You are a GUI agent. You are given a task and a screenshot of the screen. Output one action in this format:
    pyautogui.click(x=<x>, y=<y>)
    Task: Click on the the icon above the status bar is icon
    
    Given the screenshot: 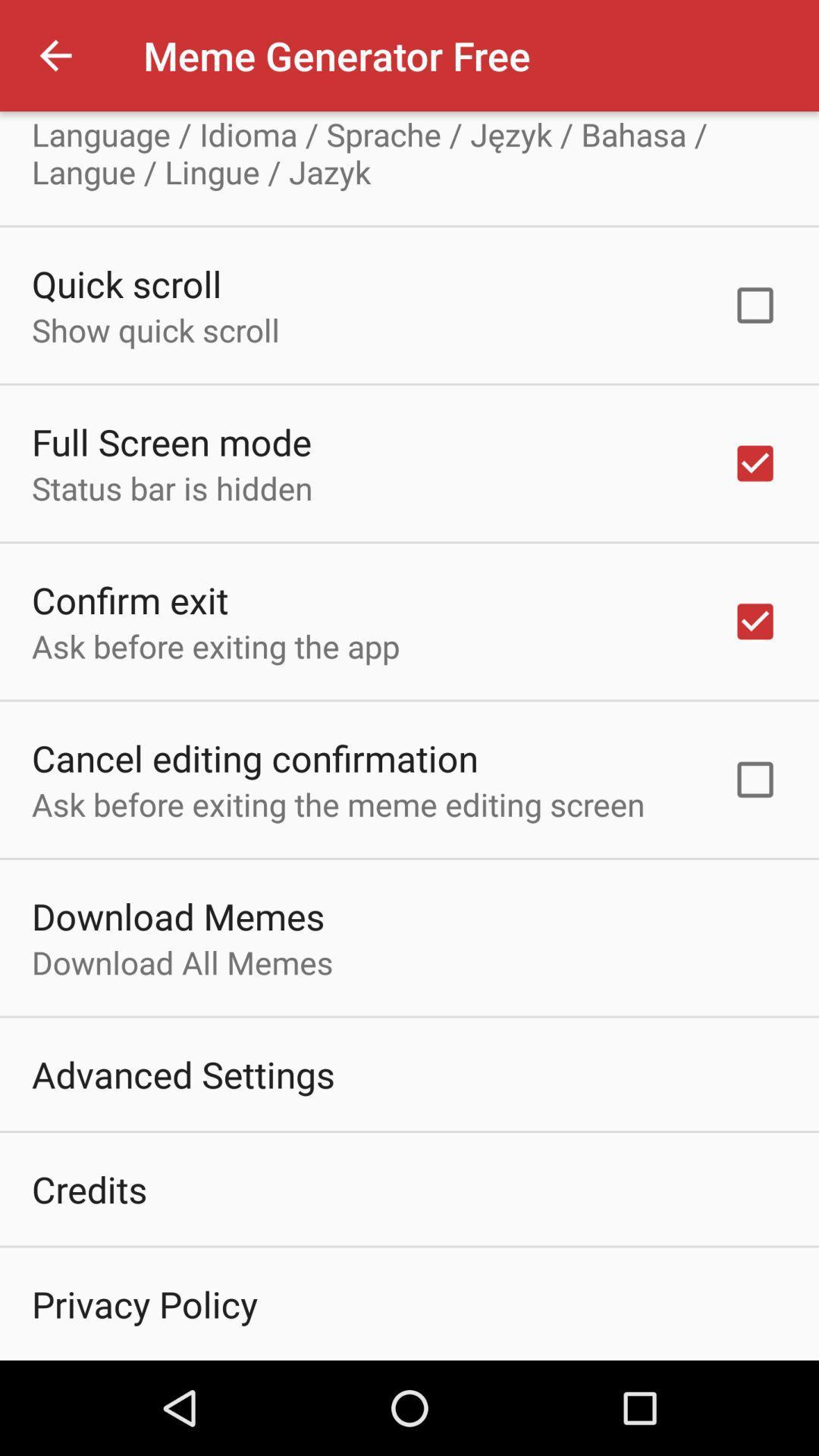 What is the action you would take?
    pyautogui.click(x=171, y=441)
    